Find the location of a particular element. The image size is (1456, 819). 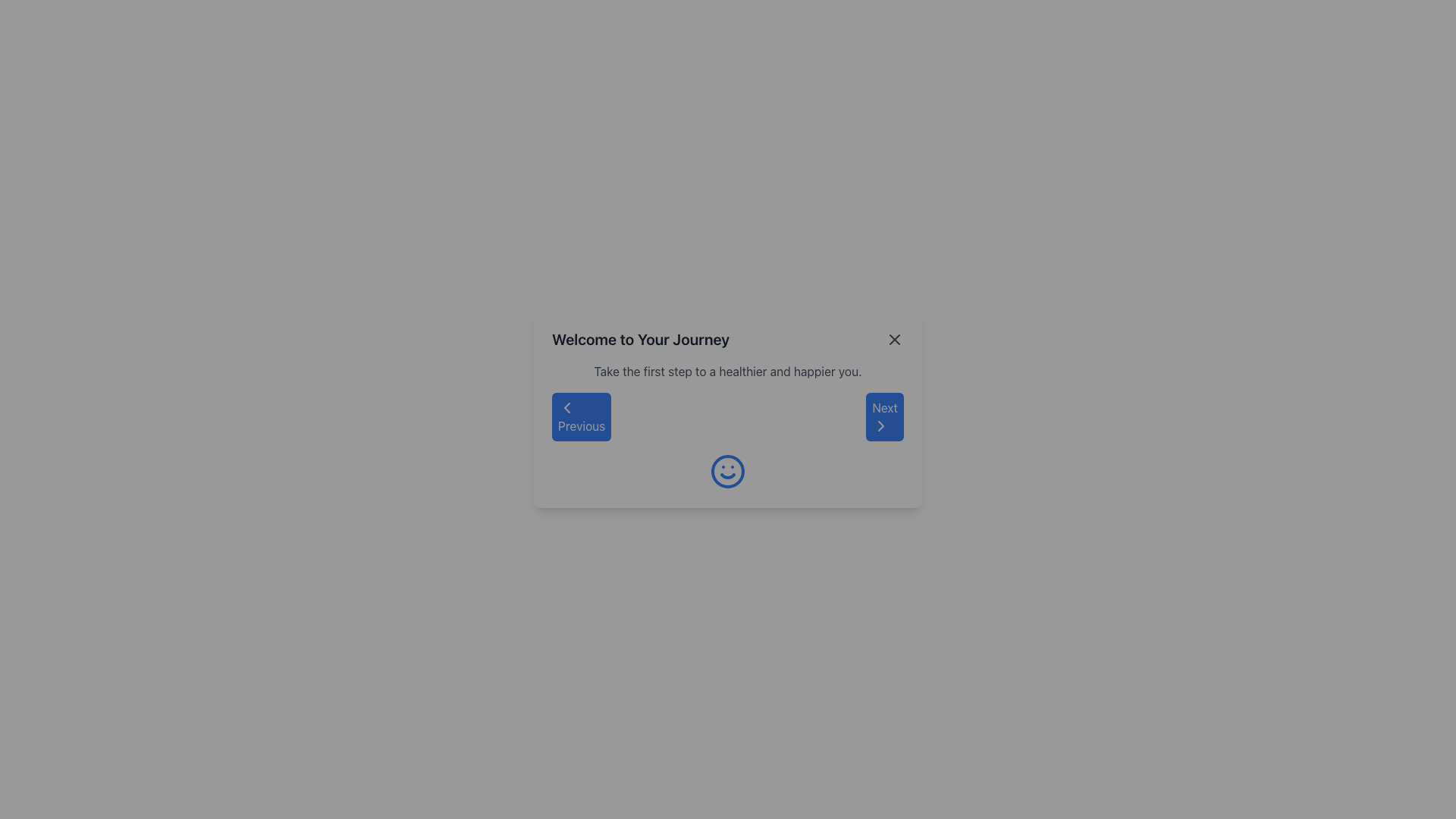

the rectangular blue 'Next' button with rounded corners to observe its hover effect is located at coordinates (885, 417).